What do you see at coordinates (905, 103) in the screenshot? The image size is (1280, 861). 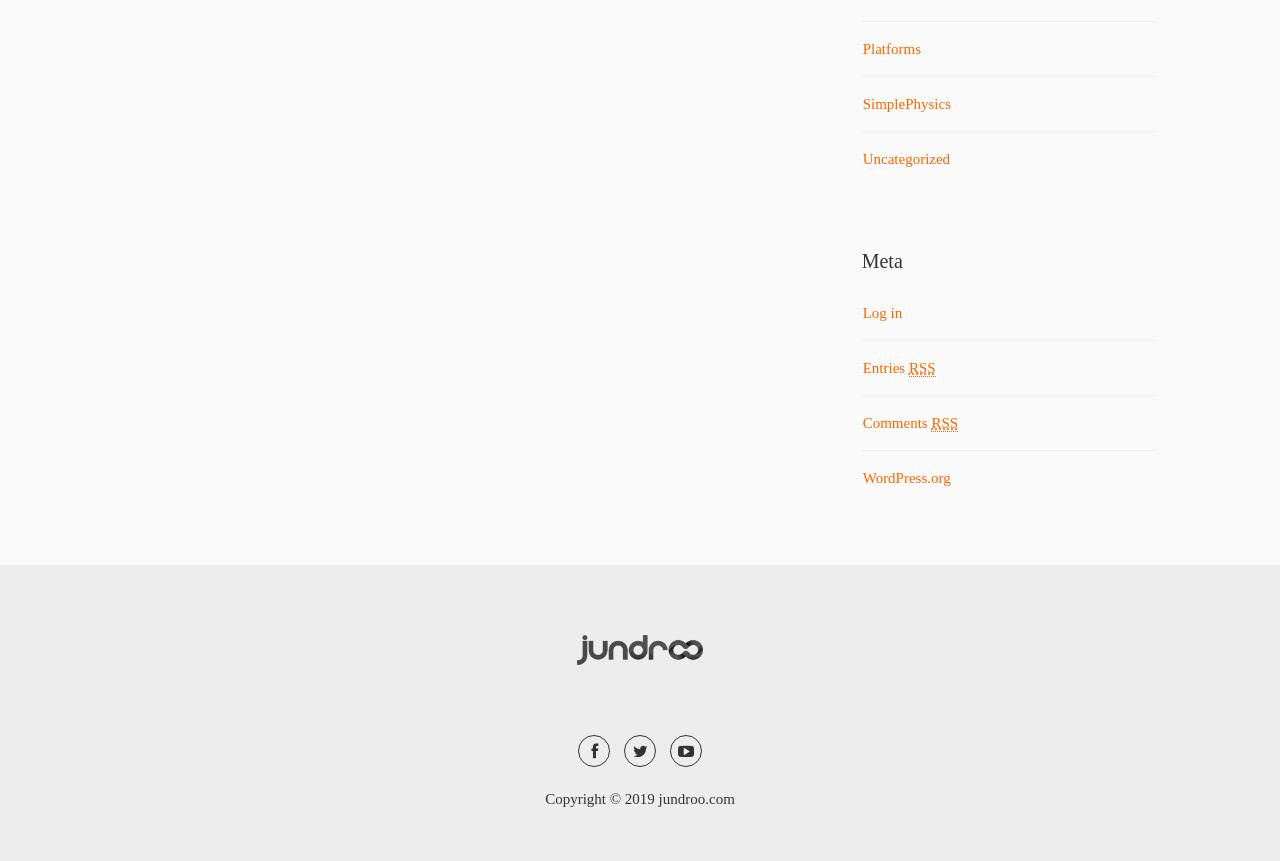 I see `'SimplePhysics'` at bounding box center [905, 103].